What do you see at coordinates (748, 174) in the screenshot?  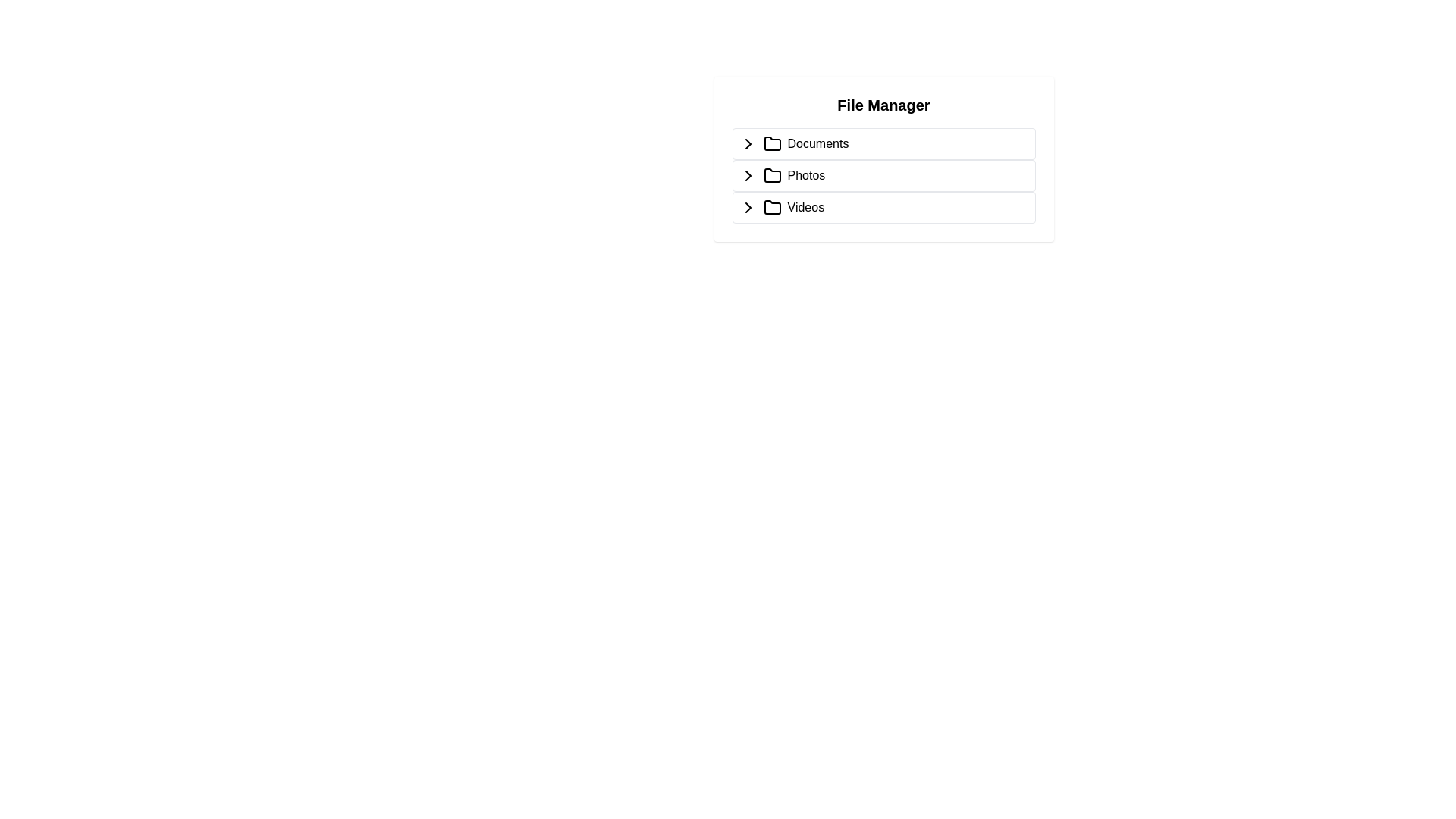 I see `the small black arrow icon located next to the 'Photos' folder in the second row of the file manager` at bounding box center [748, 174].